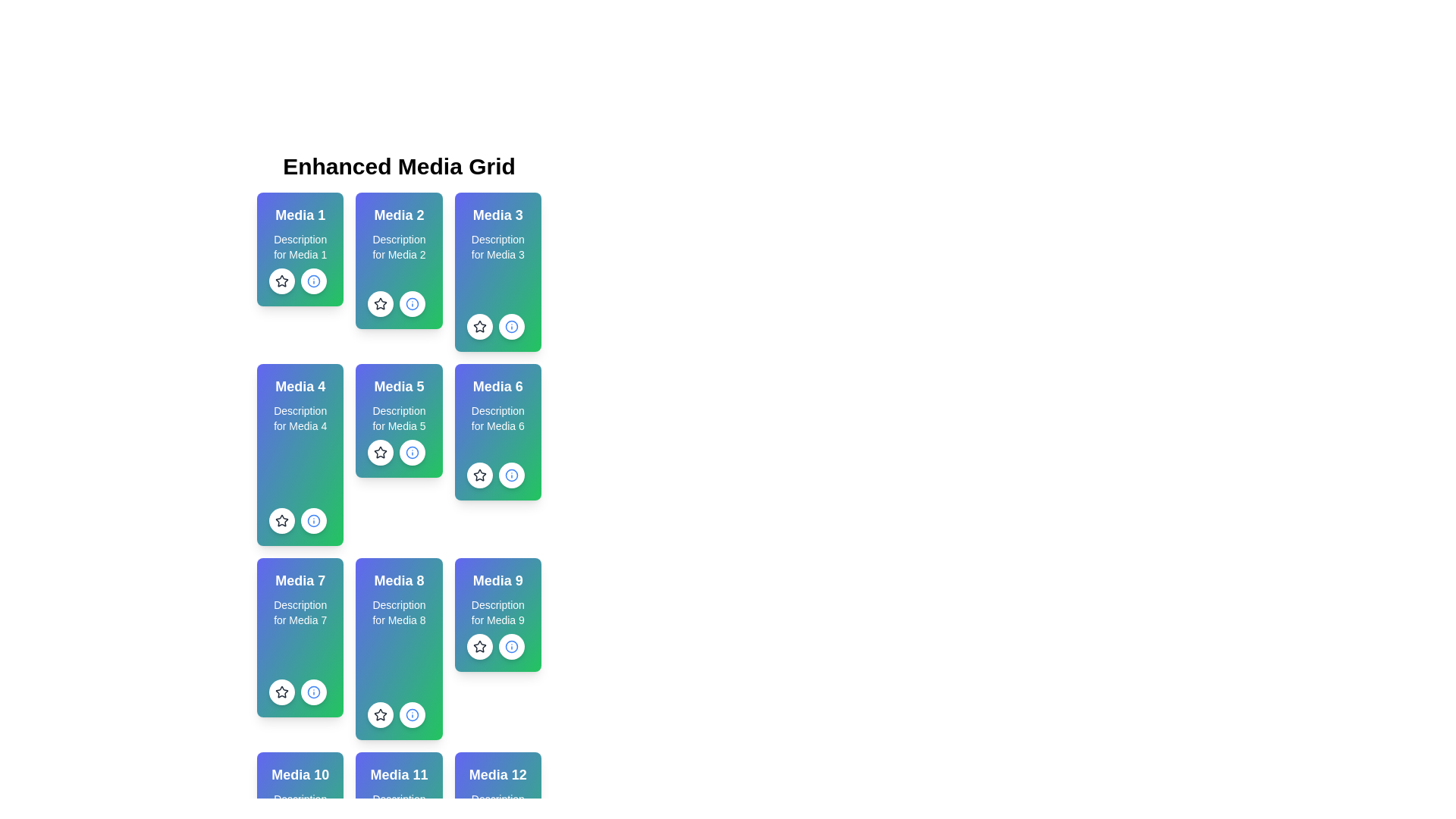 The image size is (1456, 819). Describe the element at coordinates (511, 326) in the screenshot. I see `the 'info' button located in the second column of media cards, specifically within the card labeled 'Media 5,' which is the second button from the left in the lower button group` at that location.